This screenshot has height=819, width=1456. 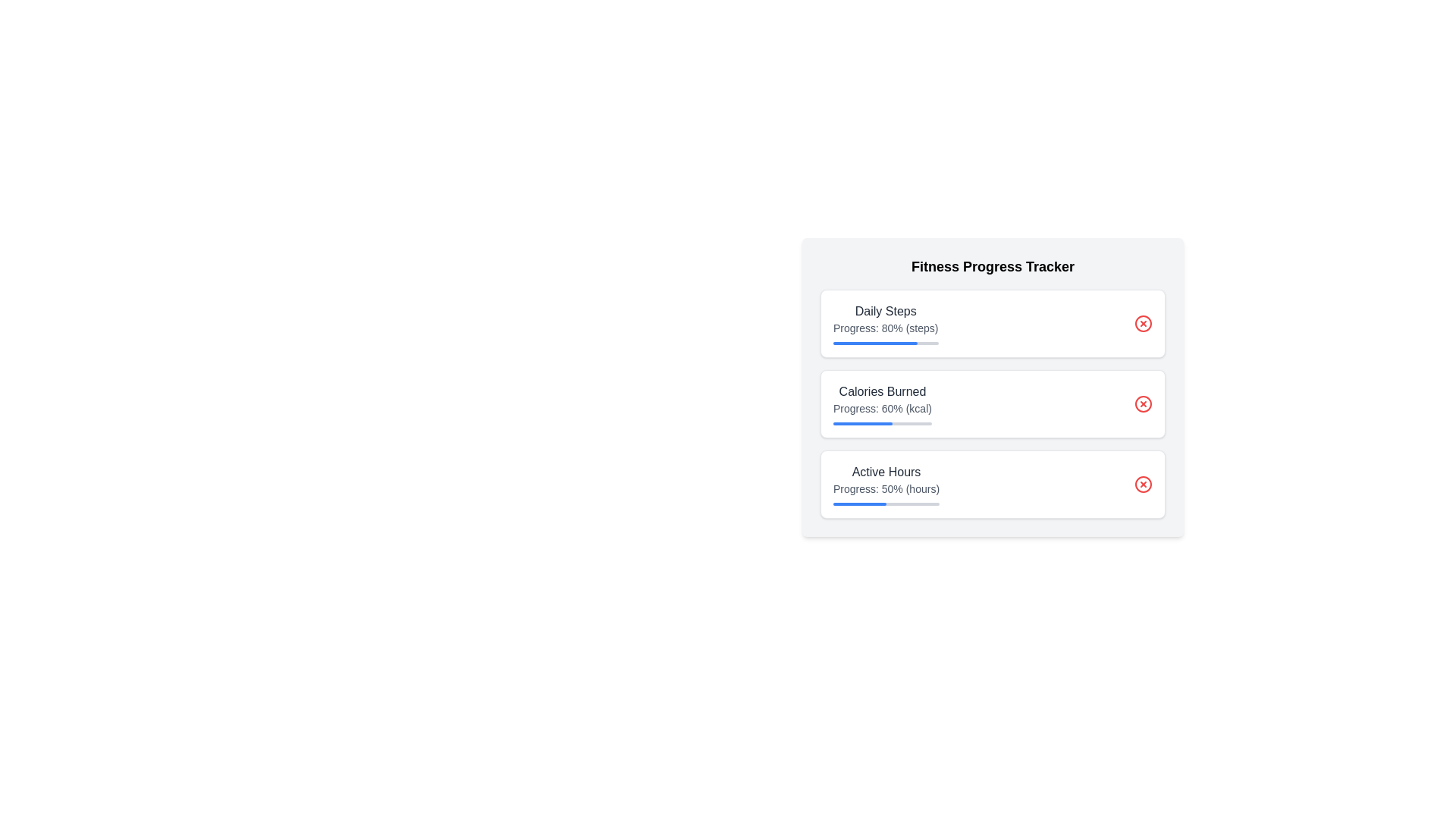 I want to click on the Progress Bar with Text Information located at the bottom of the 'Fitness Progress Tracker' card, which visually represents progress made in active hours, so click(x=886, y=485).